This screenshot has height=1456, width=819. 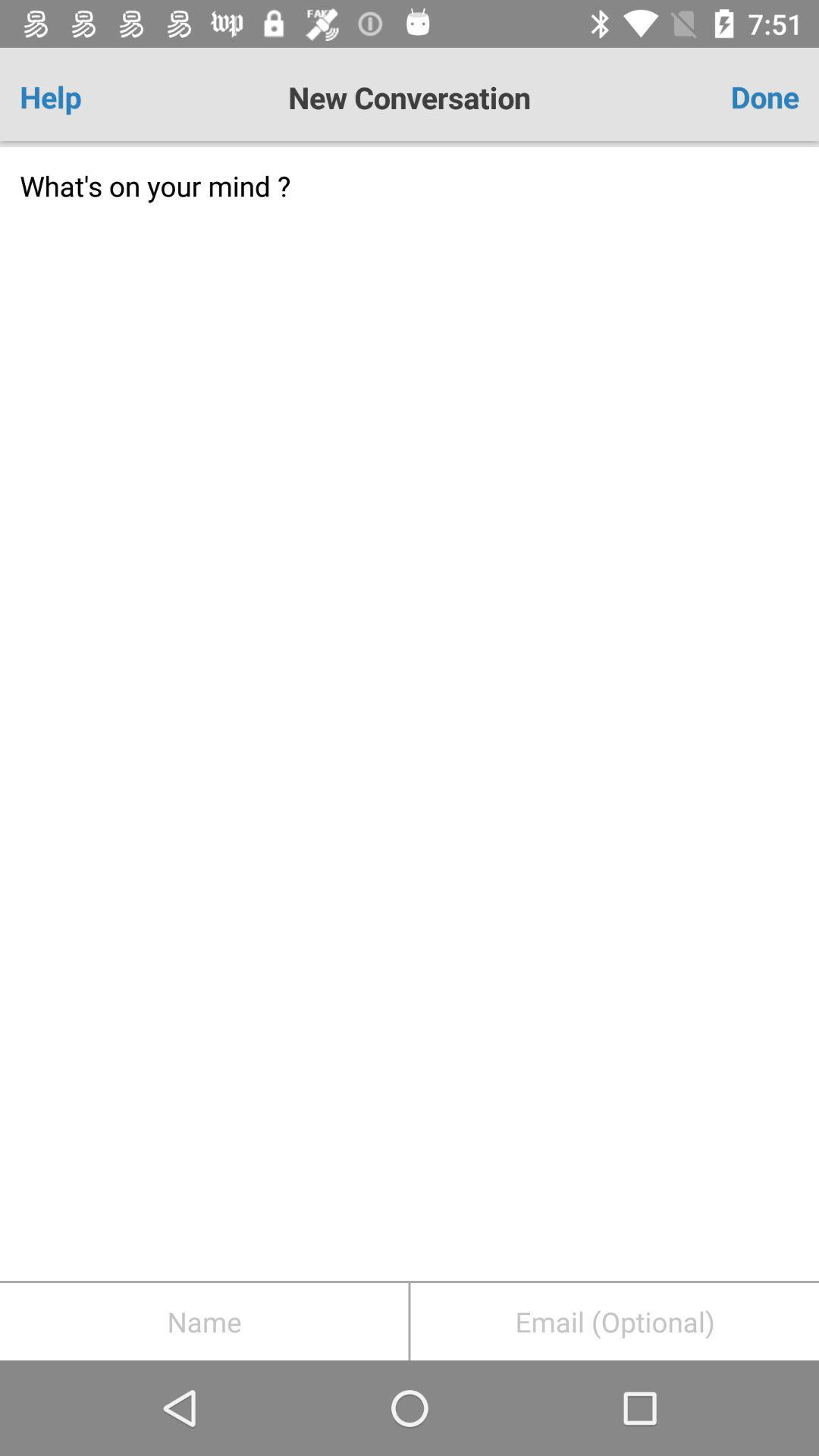 I want to click on icon to the left of new conversation, so click(x=83, y=96).